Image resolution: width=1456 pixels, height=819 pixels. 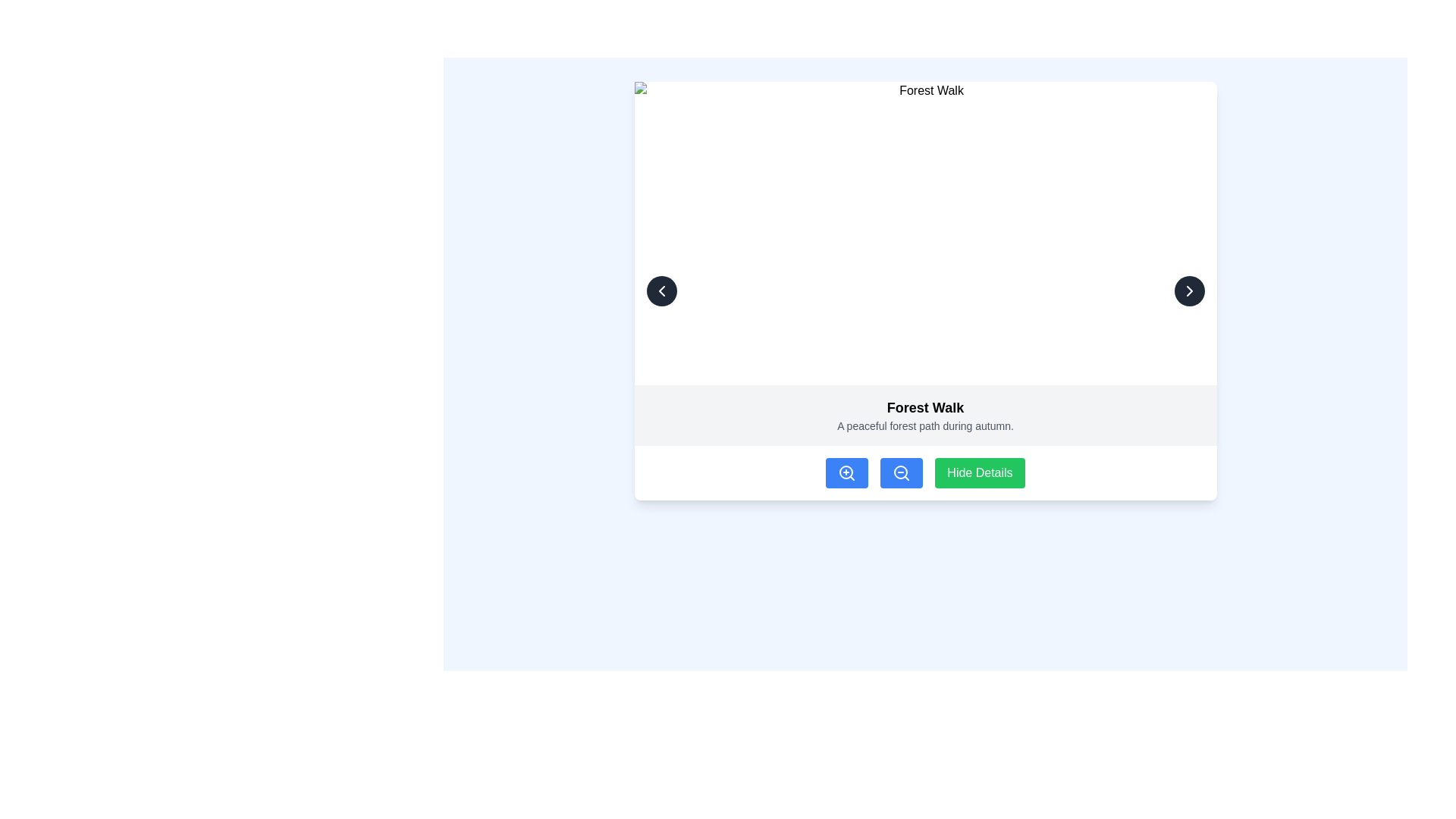 What do you see at coordinates (661, 291) in the screenshot?
I see `the left arrow button represented by a chevron pointing leftwards located in the top-left corner of the card-like interface` at bounding box center [661, 291].